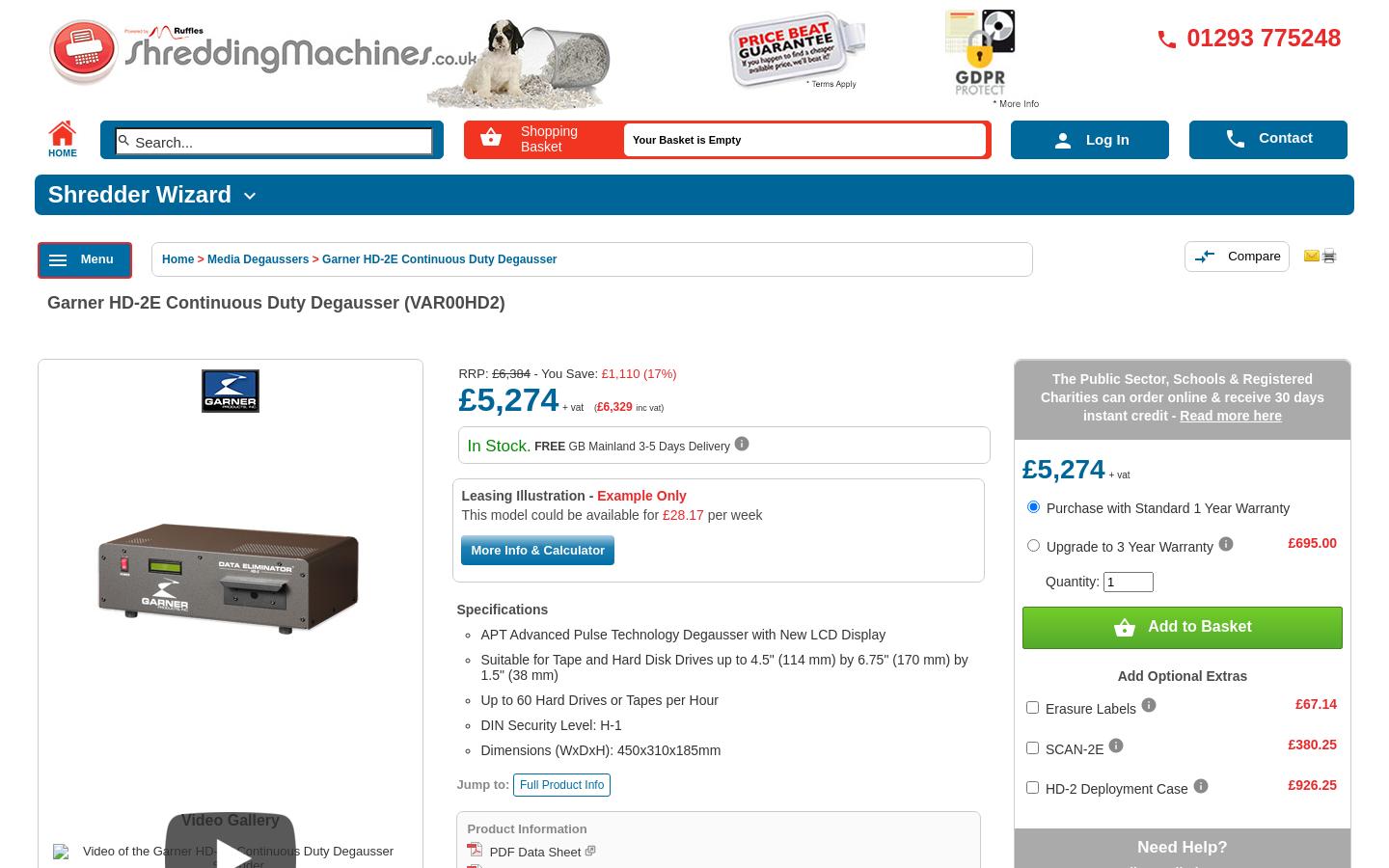 This screenshot has height=868, width=1389. I want to click on 'PDF Data Sheet', so click(480, 852).